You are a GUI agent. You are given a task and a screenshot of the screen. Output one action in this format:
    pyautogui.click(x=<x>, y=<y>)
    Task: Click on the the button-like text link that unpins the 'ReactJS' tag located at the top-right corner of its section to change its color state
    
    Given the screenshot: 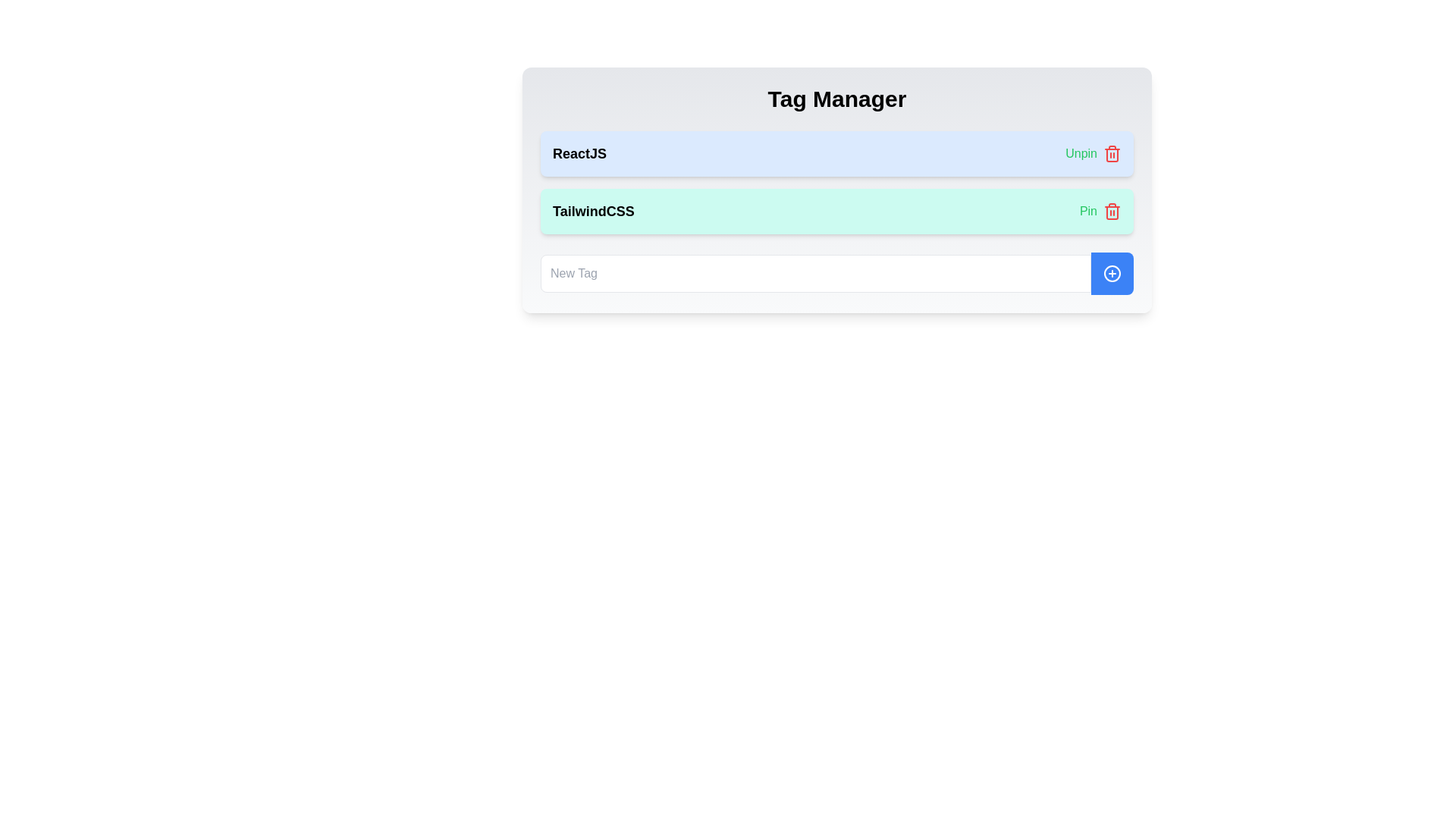 What is the action you would take?
    pyautogui.click(x=1081, y=154)
    